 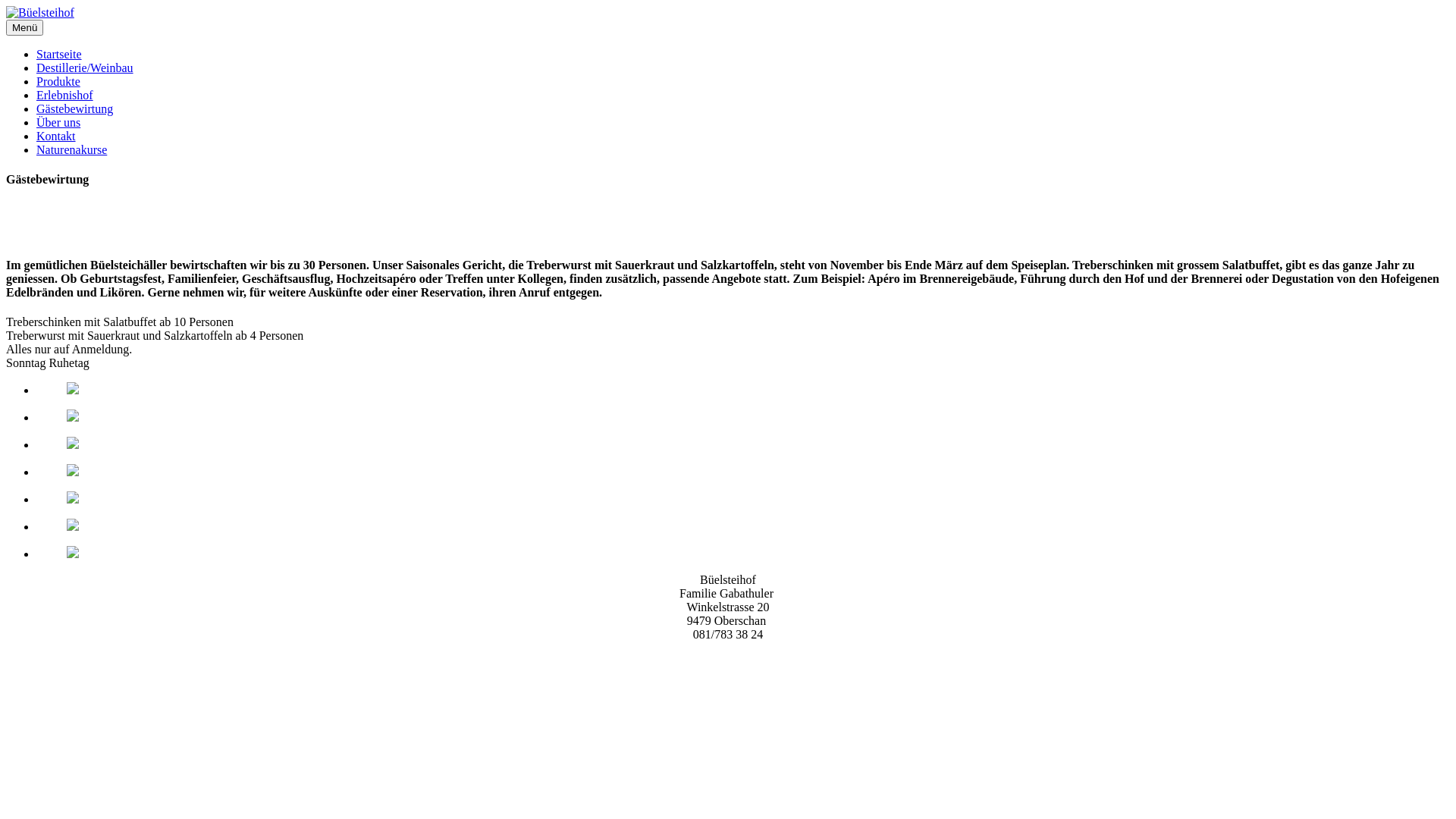 What do you see at coordinates (58, 53) in the screenshot?
I see `'Startseite'` at bounding box center [58, 53].